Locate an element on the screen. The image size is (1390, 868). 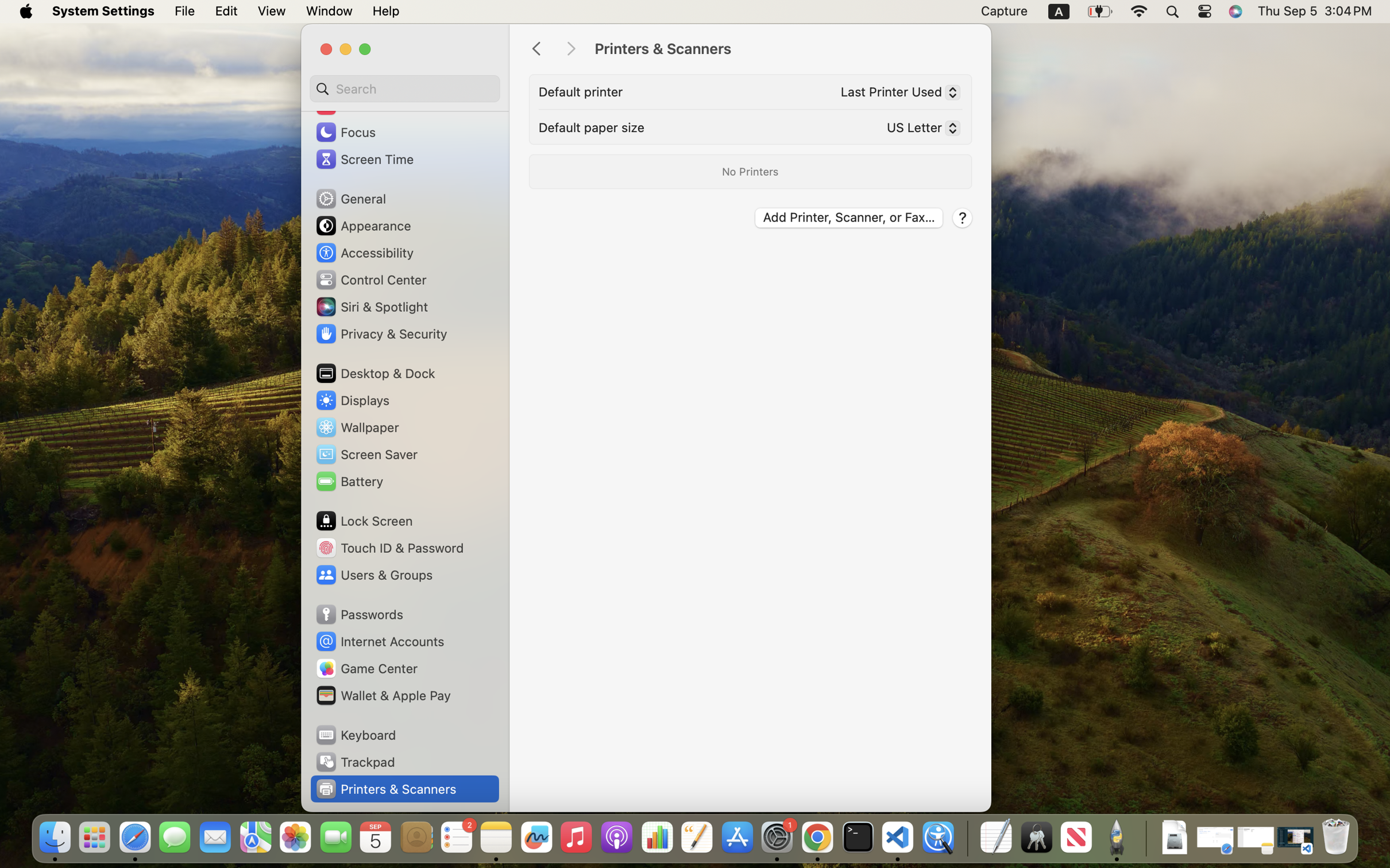
'Appearance' is located at coordinates (362, 225).